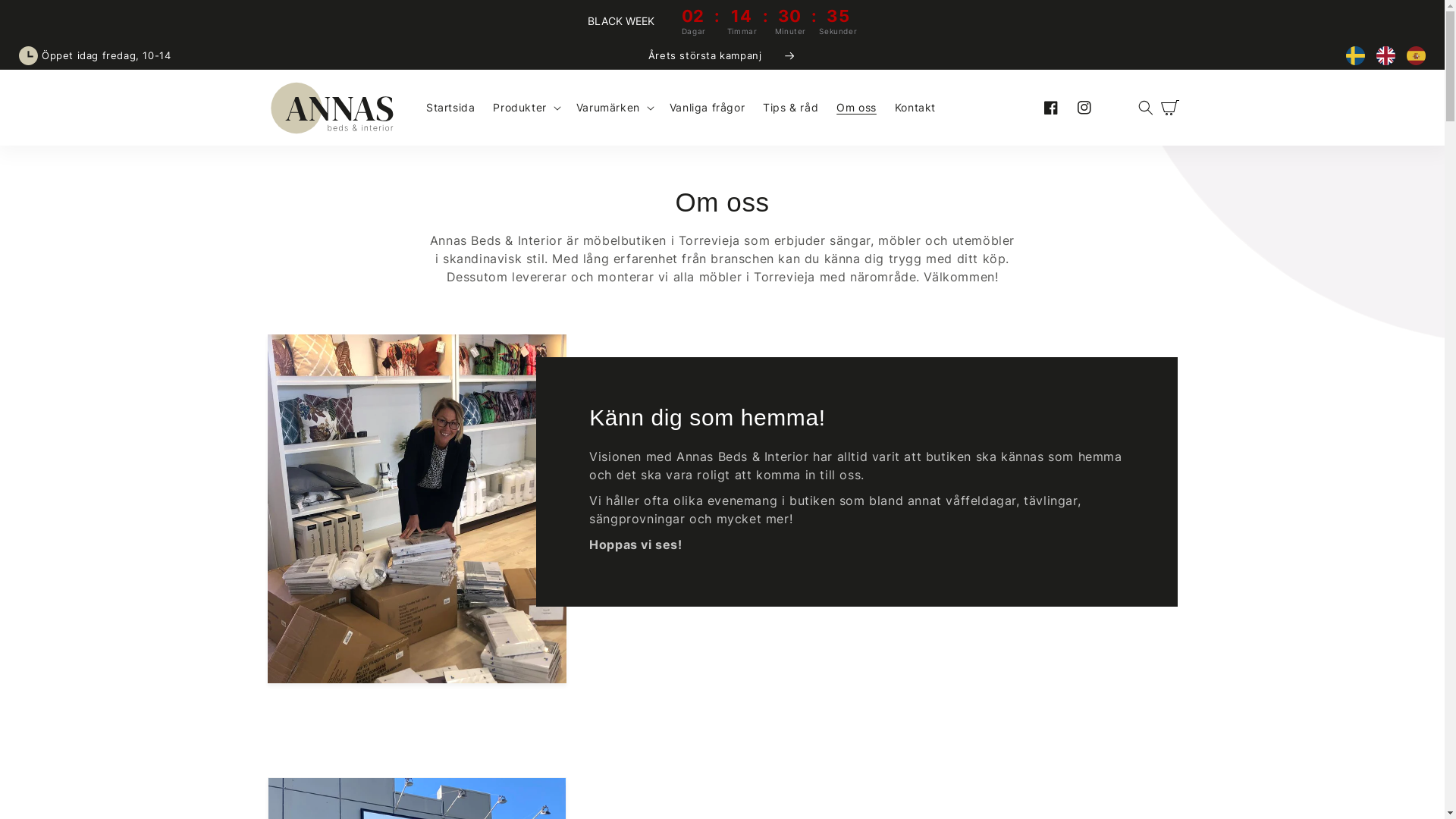  What do you see at coordinates (417, 107) in the screenshot?
I see `'Startsida'` at bounding box center [417, 107].